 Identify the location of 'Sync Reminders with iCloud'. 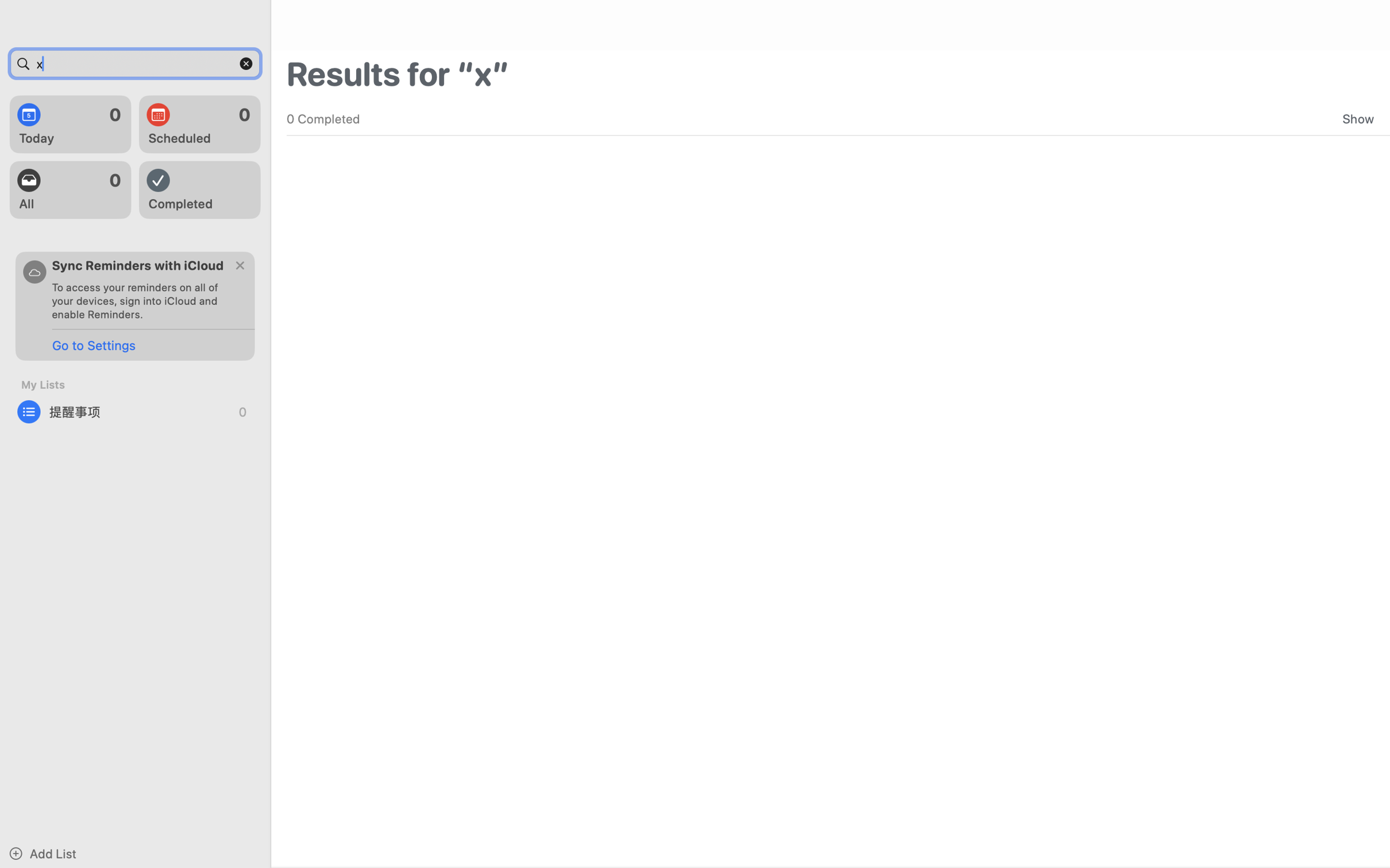
(137, 265).